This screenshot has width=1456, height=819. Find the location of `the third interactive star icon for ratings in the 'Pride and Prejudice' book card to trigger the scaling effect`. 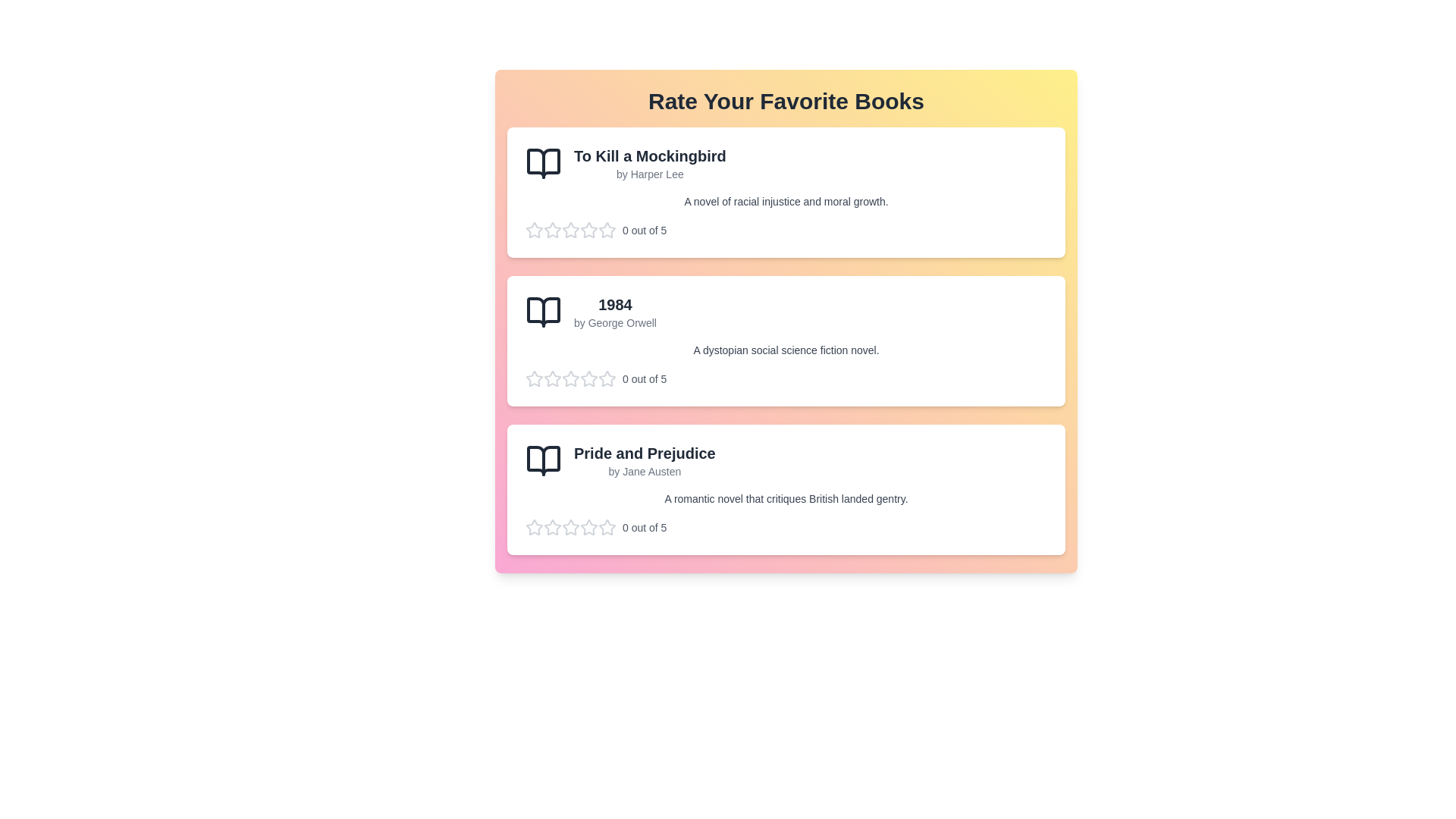

the third interactive star icon for ratings in the 'Pride and Prejudice' book card to trigger the scaling effect is located at coordinates (552, 526).